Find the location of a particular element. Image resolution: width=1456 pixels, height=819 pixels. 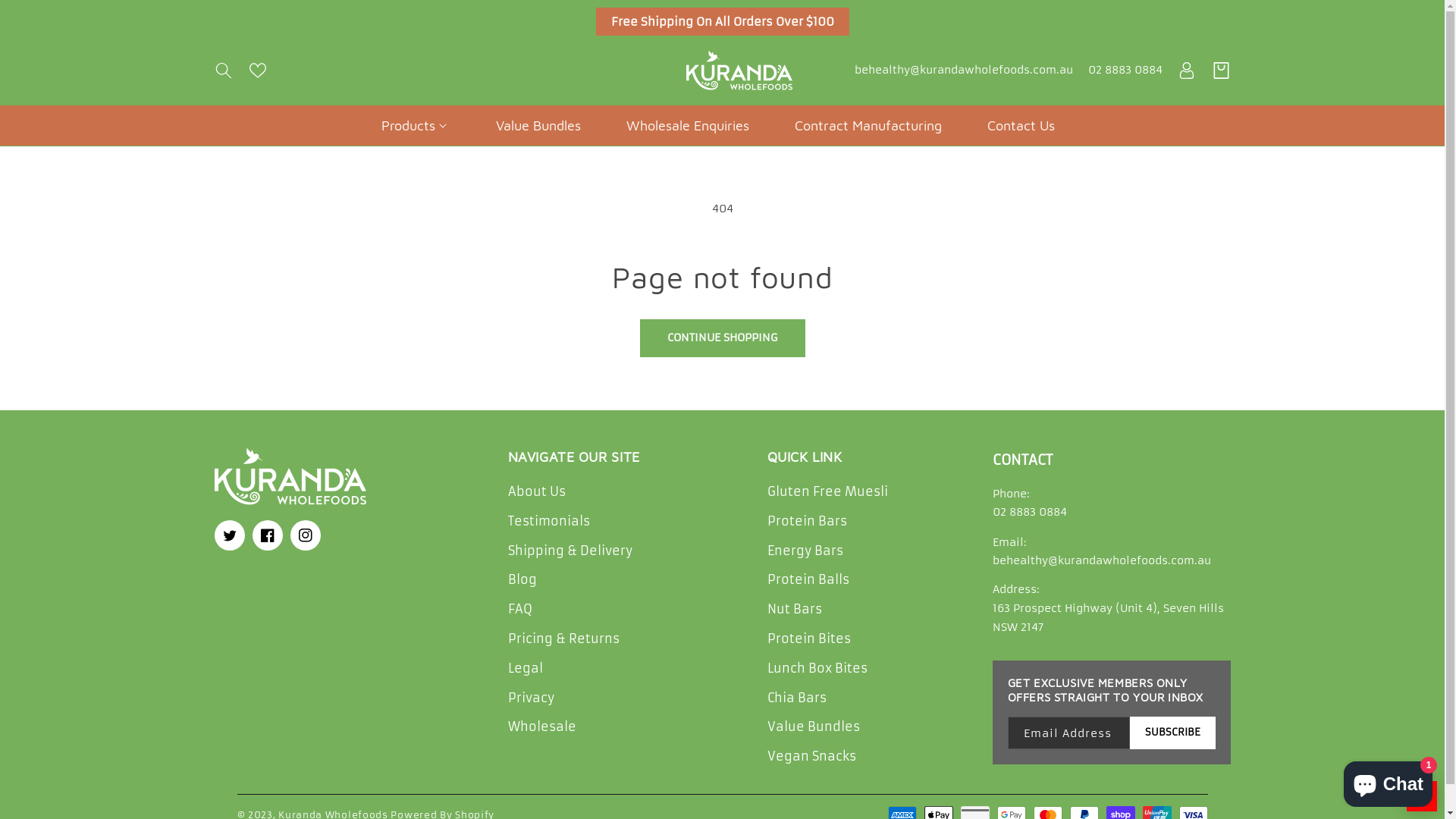

'Blog' is located at coordinates (508, 579).